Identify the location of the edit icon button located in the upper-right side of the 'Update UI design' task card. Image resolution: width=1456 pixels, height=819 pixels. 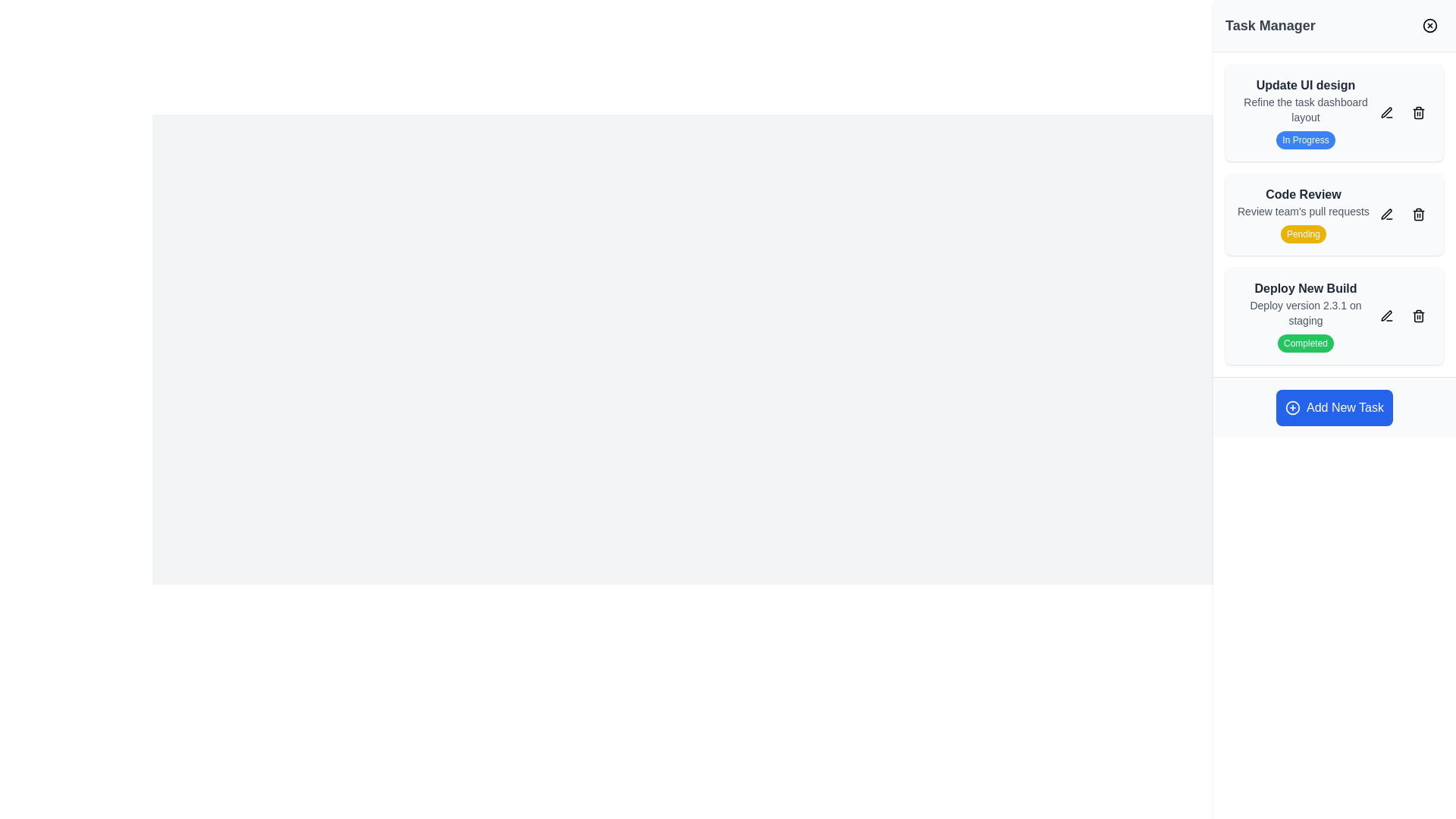
(1386, 112).